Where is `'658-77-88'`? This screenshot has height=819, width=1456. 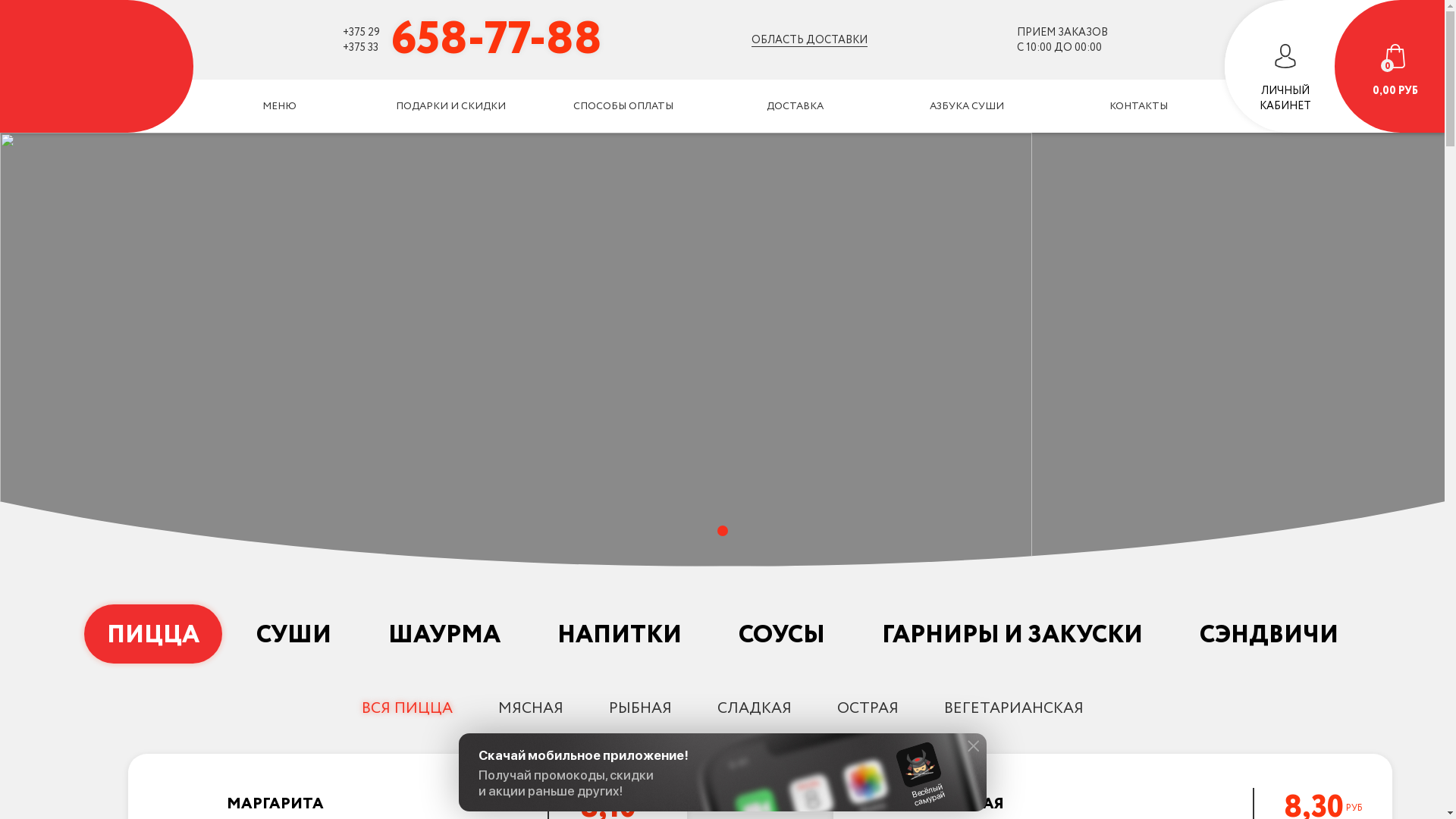 '658-77-88' is located at coordinates (496, 38).